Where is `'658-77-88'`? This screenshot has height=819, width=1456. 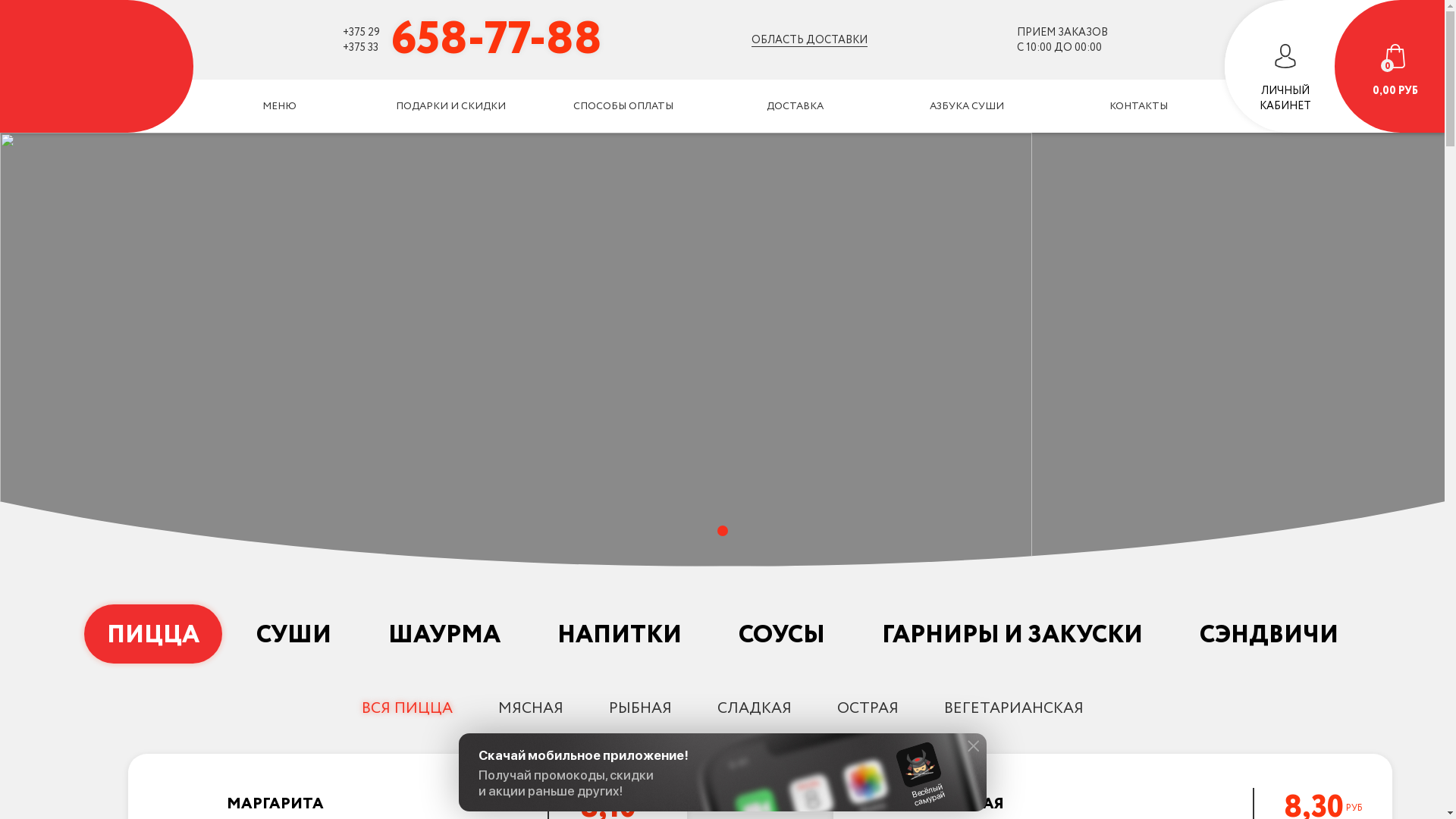 '658-77-88' is located at coordinates (496, 38).